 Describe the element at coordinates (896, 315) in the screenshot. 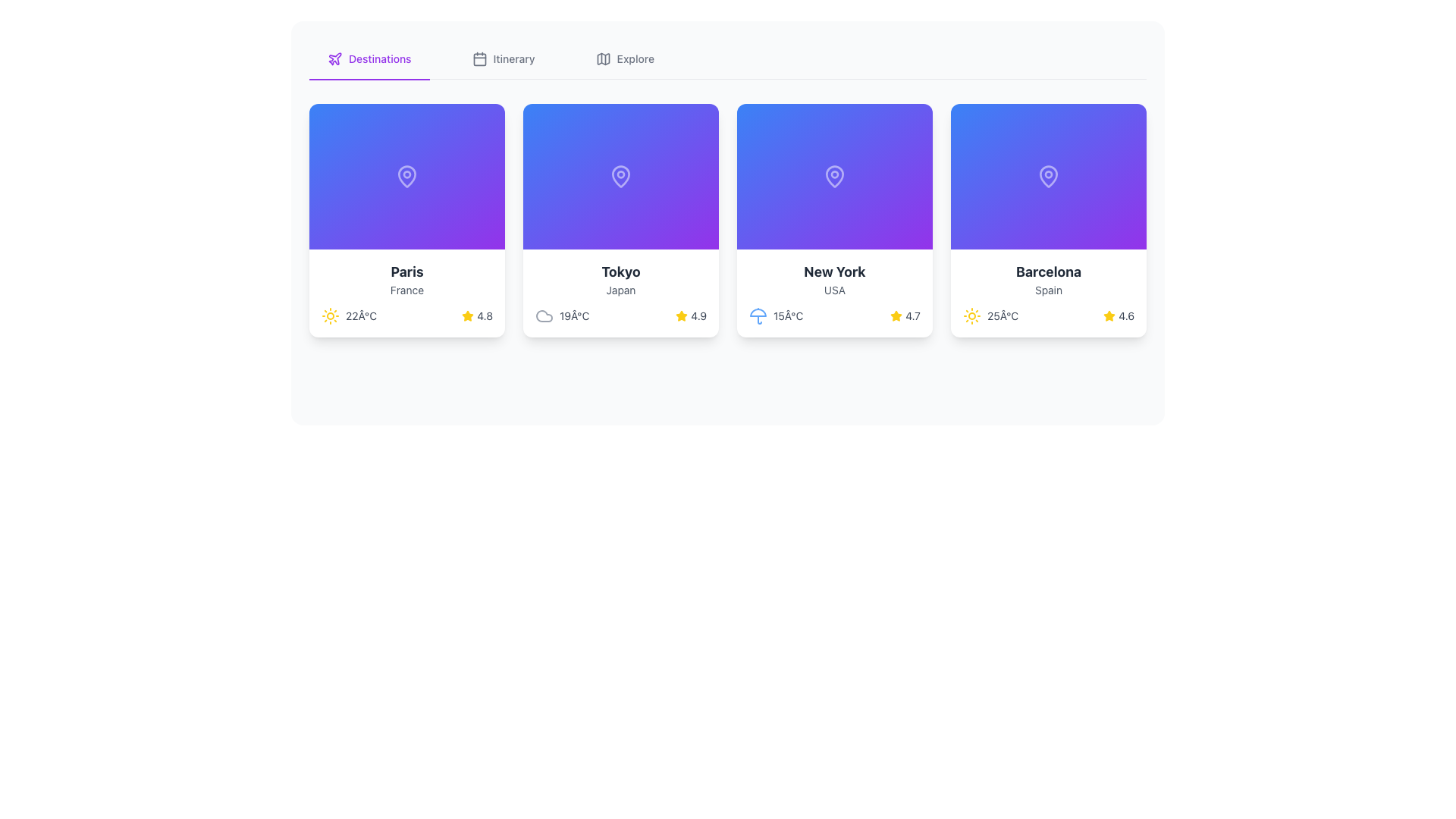

I see `the star icon representing a 4.7 rating` at that location.